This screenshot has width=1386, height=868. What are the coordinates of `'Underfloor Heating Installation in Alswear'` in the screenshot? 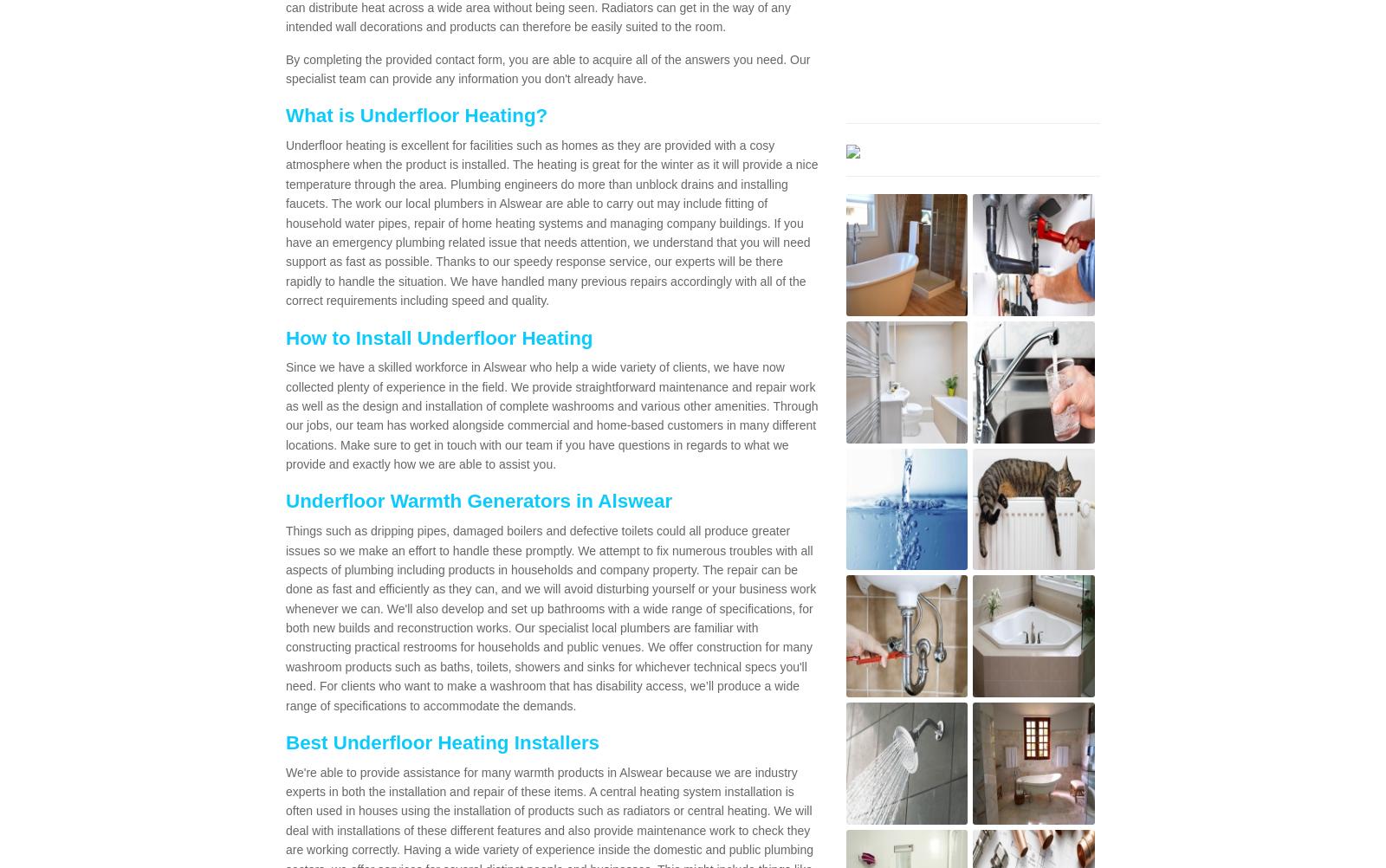 It's located at (534, 240).